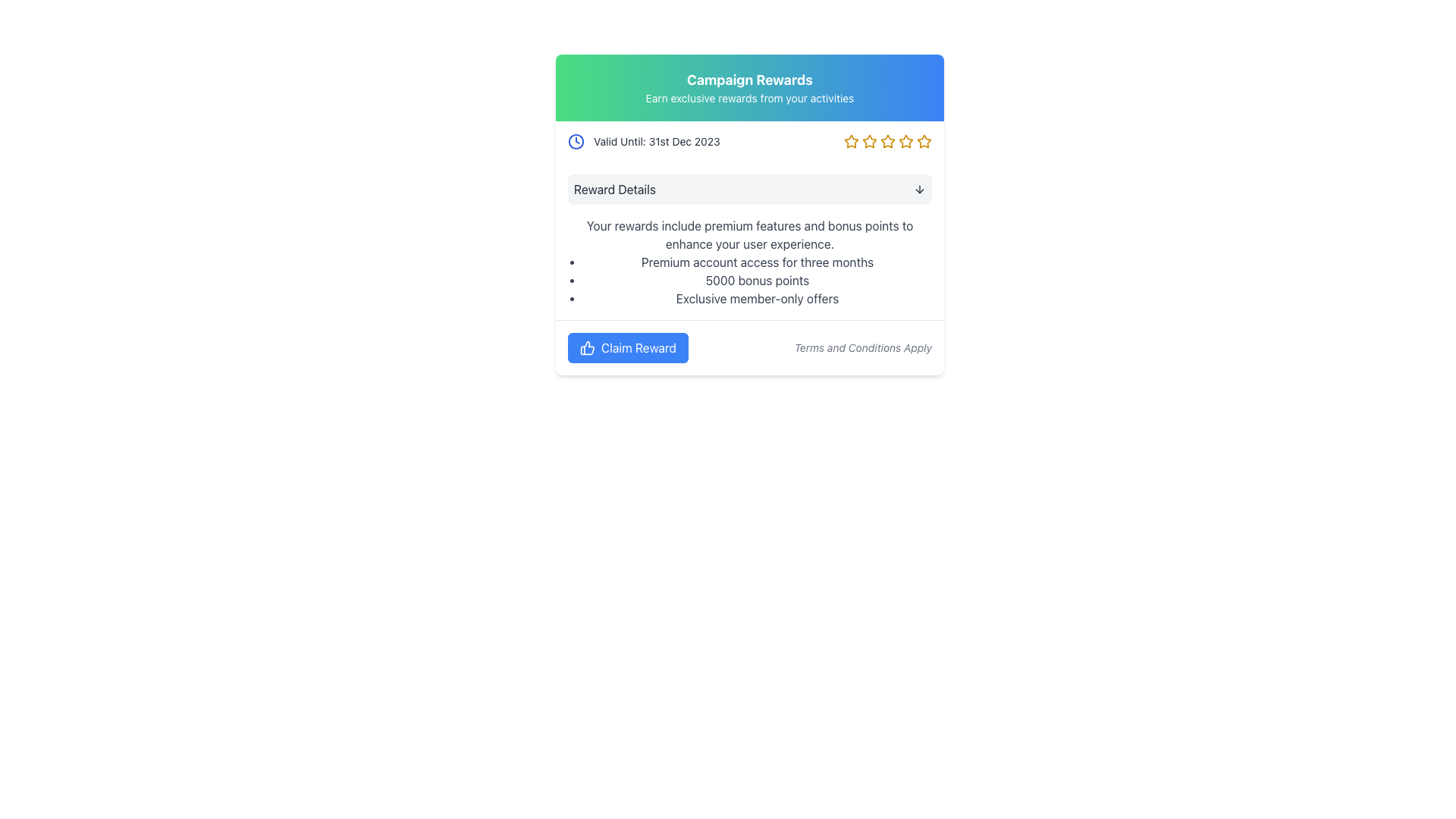 This screenshot has width=1456, height=819. What do you see at coordinates (888, 141) in the screenshot?
I see `the fourth star icon in the 5-star rating system, located near the top center of the interface, to the right of the text 'Valid Until: 31st Dec 2023'` at bounding box center [888, 141].